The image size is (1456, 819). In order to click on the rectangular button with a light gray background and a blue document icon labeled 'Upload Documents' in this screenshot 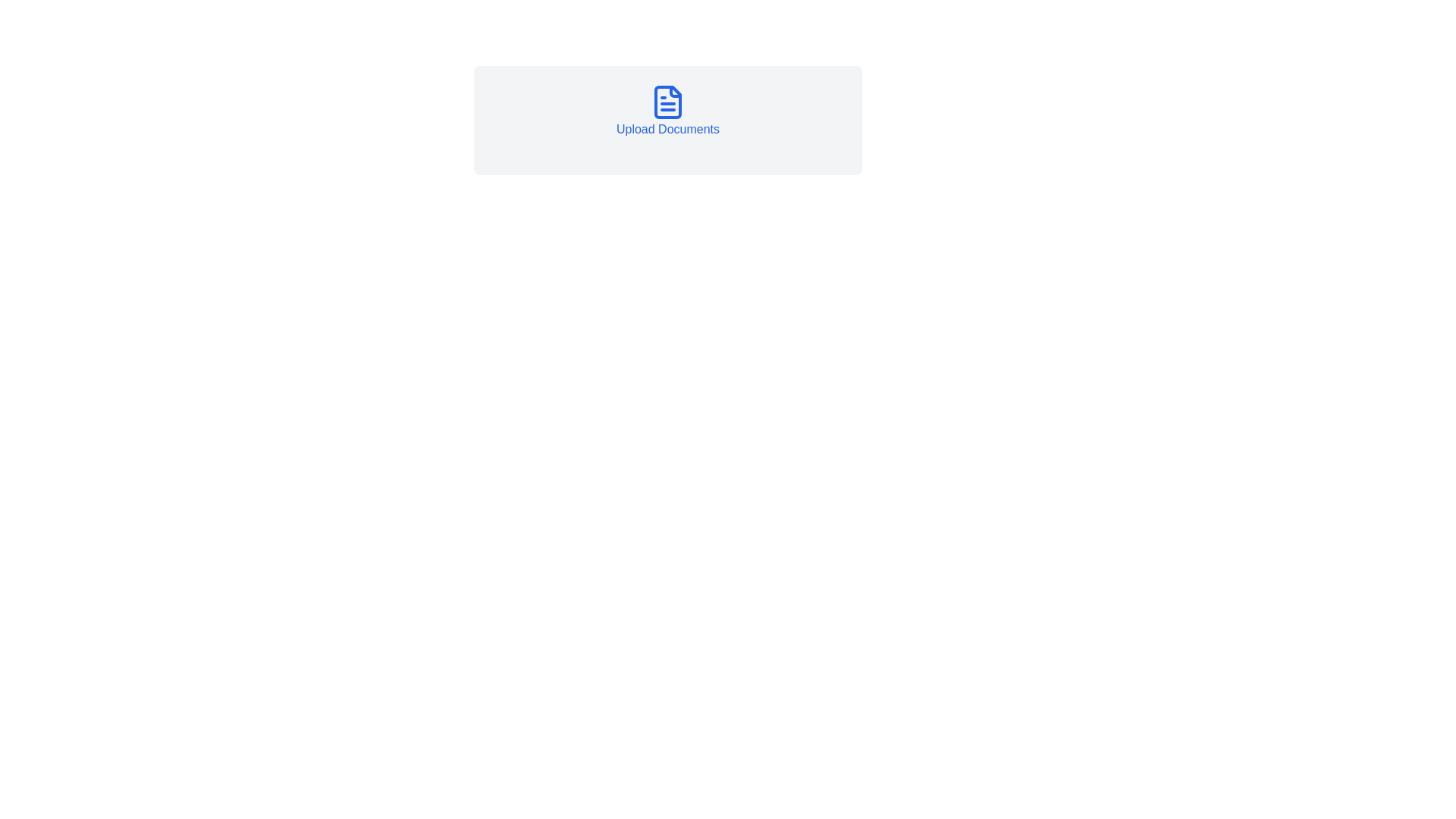, I will do `click(667, 119)`.